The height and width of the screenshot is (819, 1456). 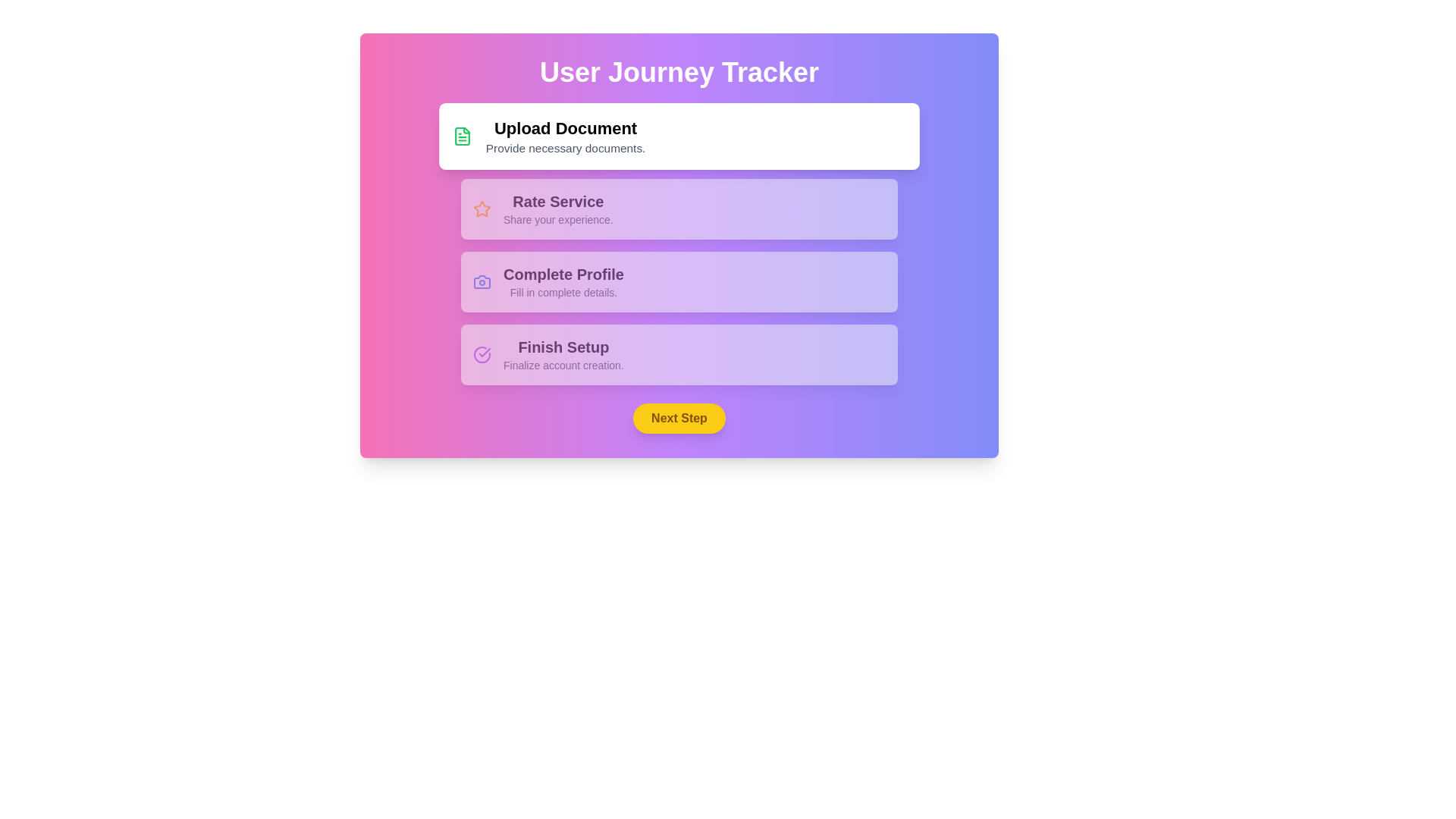 I want to click on the star icon representing the rating feature, which is located on the left side of the 'Rate Service' text, so click(x=481, y=209).